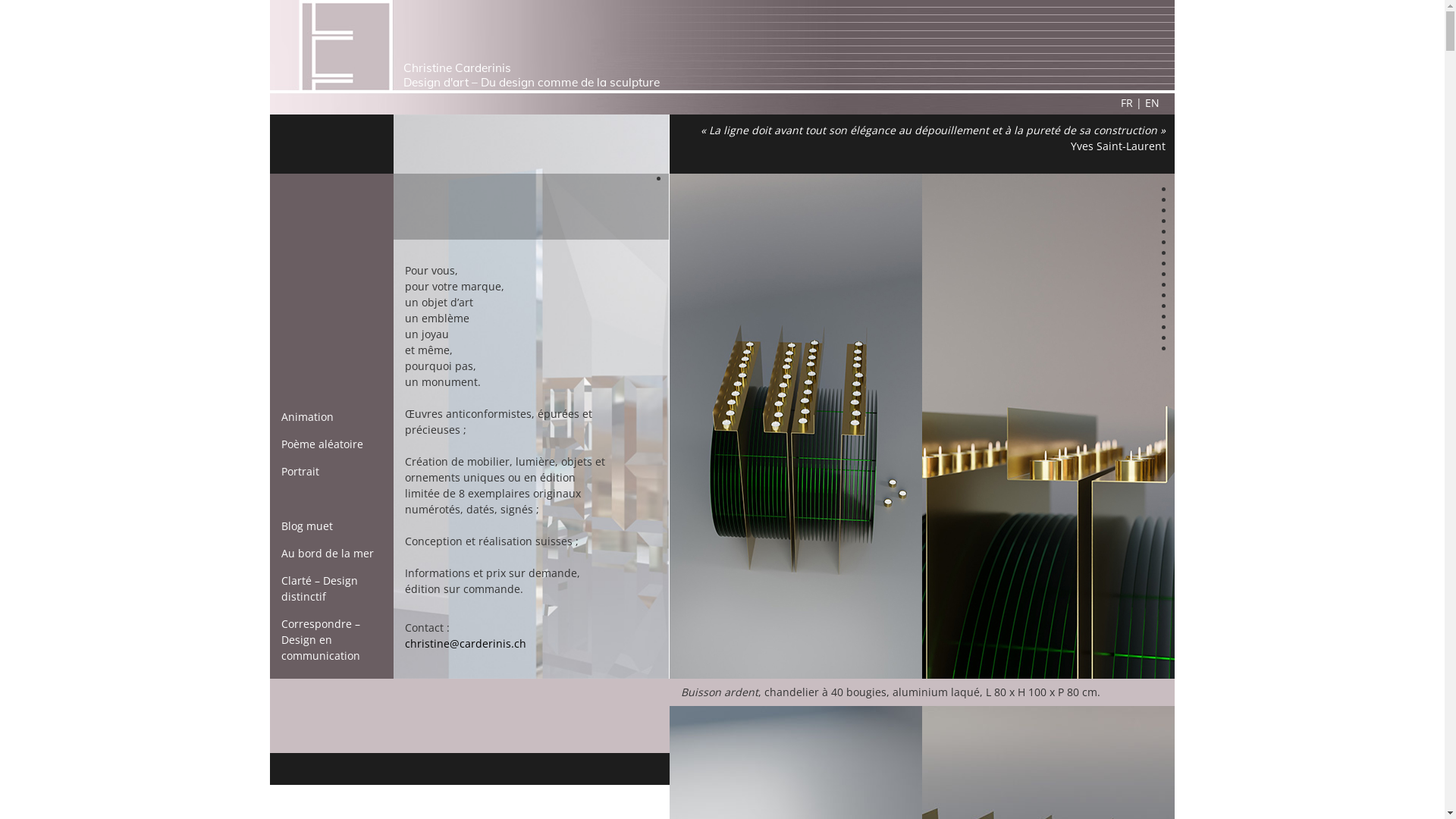 The height and width of the screenshot is (819, 1456). Describe the element at coordinates (1152, 102) in the screenshot. I see `'EN'` at that location.